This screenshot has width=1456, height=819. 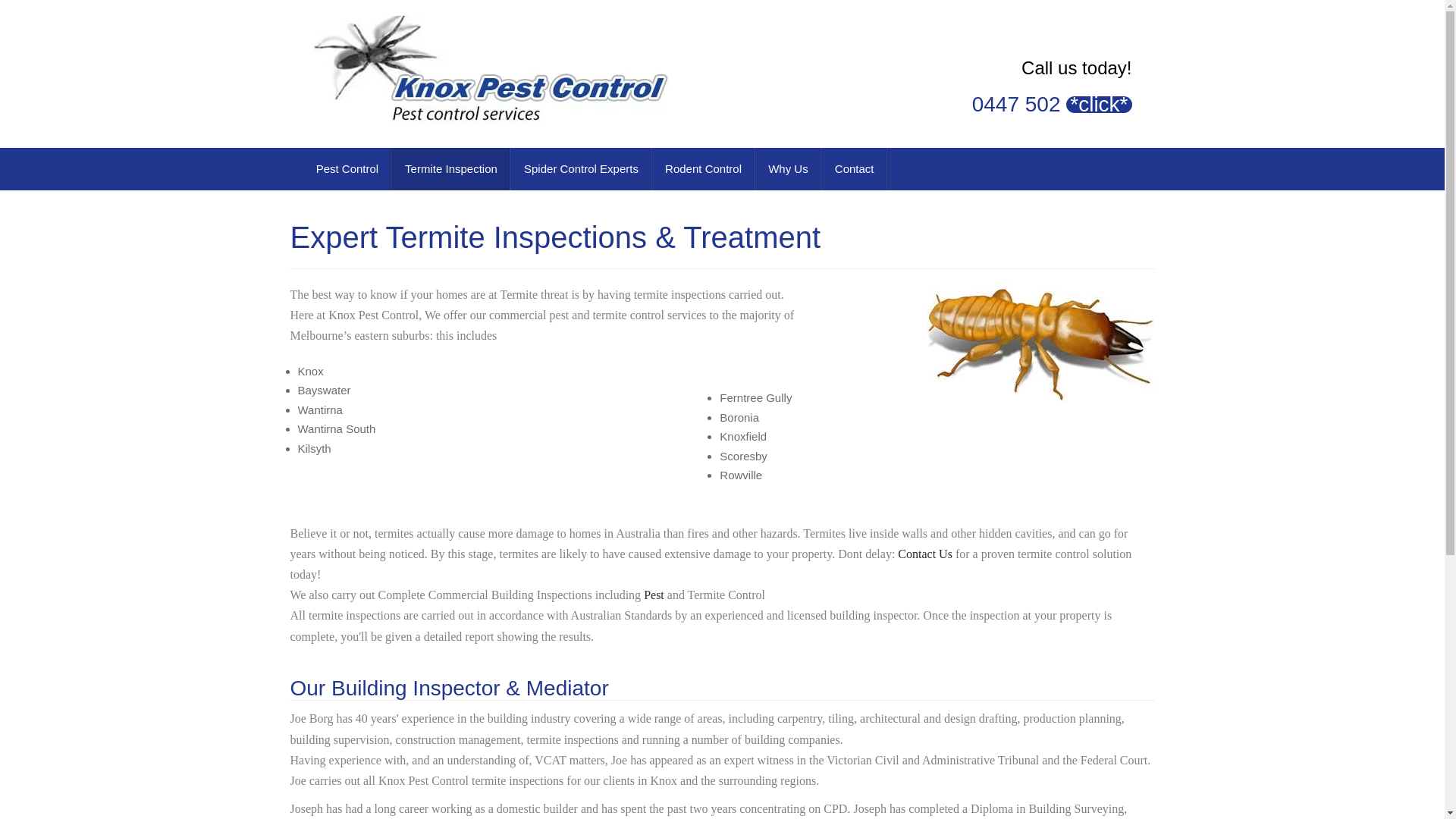 I want to click on 'Contact Us', so click(x=924, y=554).